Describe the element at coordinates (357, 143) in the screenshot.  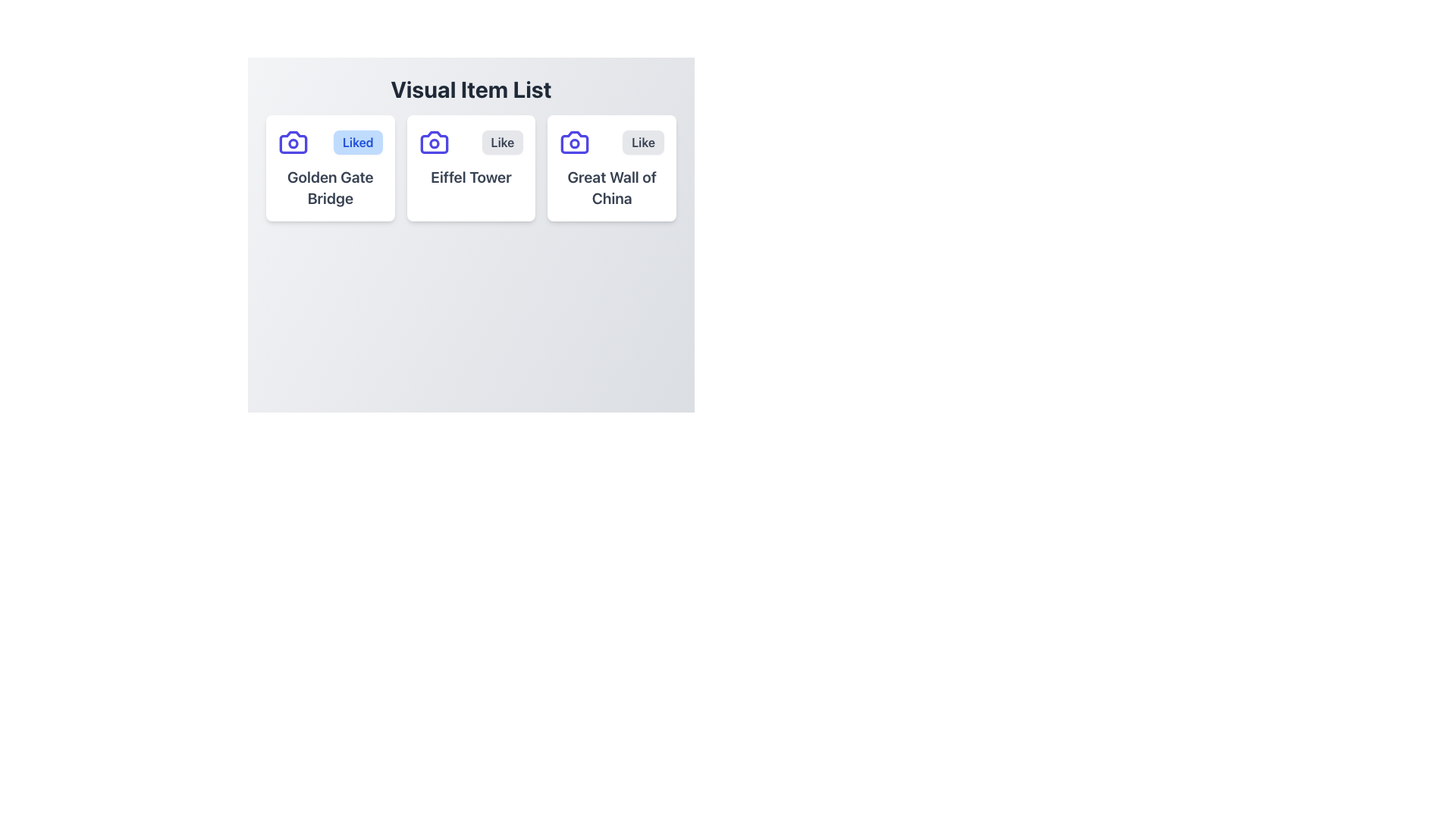
I see `the 'Liked' button, which is a rectangular button with rounded edges, blue text on a light blue background, located in the top-left card of a list layout above the text 'Golden Gate Bridge'` at that location.